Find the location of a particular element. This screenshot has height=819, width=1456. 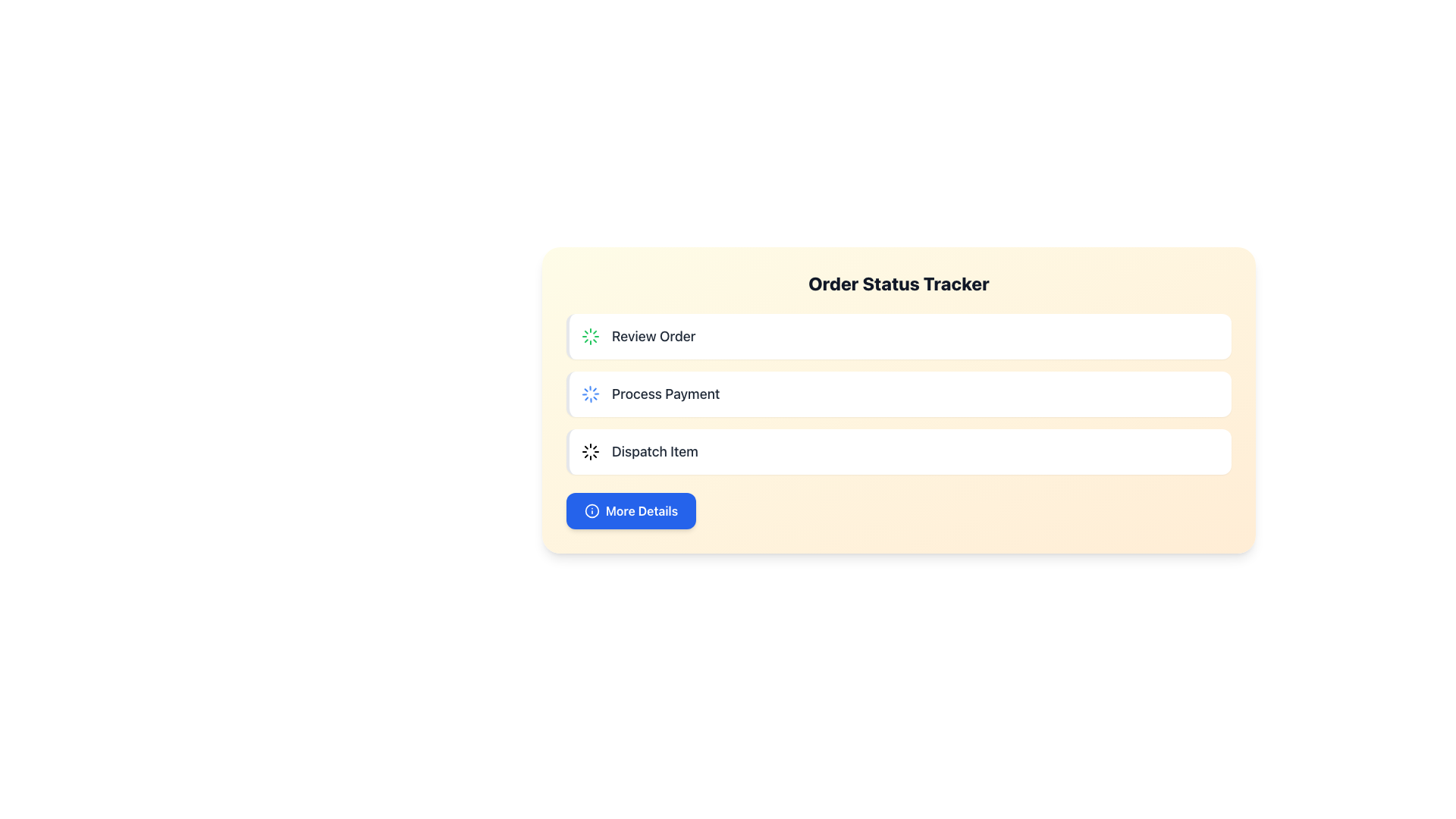

the 'More Details' button, which is a rectangular button with rounded edges, deep blue background, white text, and an information icon, located at the bottom of the 'Order Status Tracker' section is located at coordinates (631, 511).